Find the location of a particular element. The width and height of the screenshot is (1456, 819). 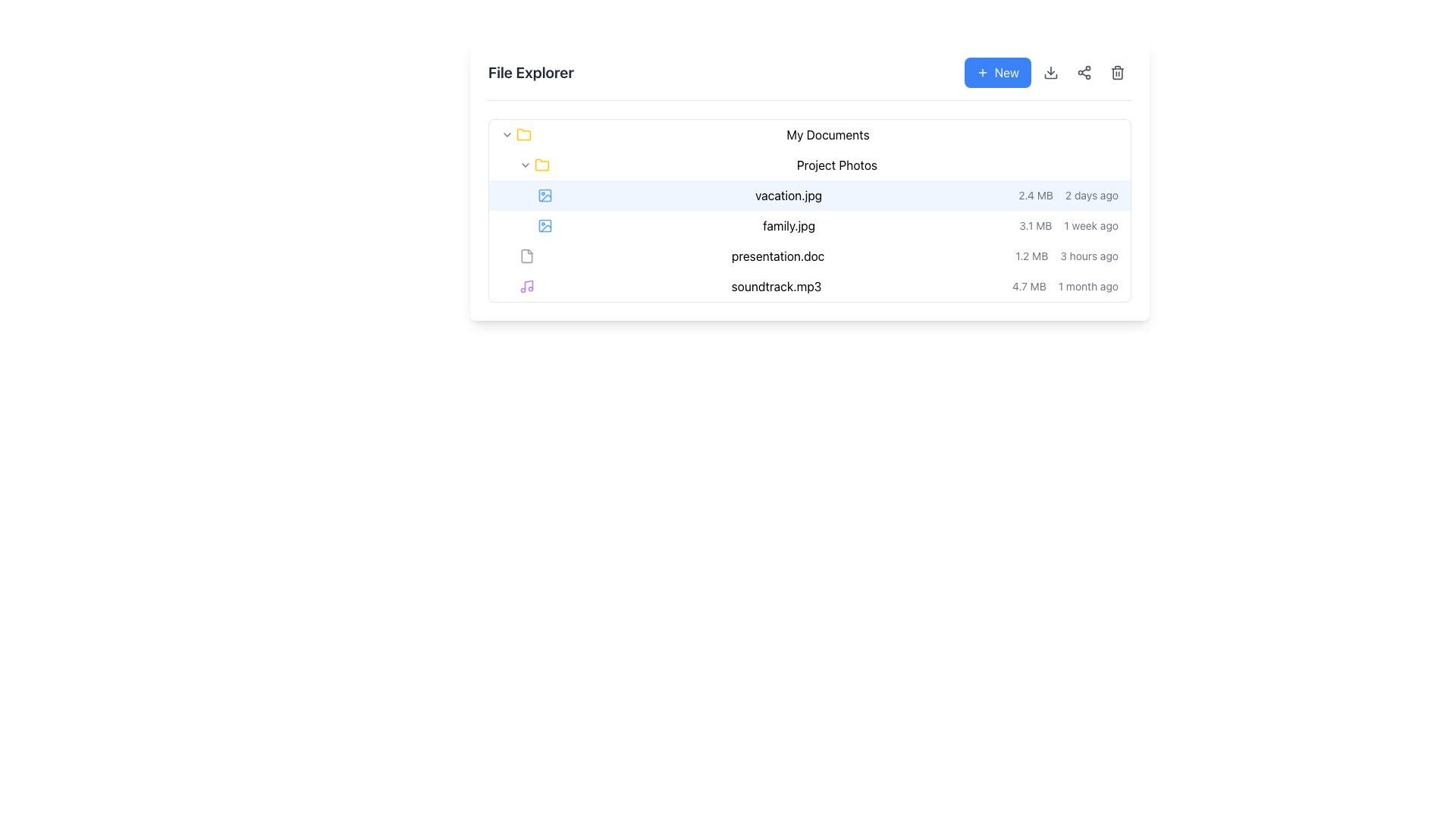

the static text label displaying the timestamp '1 week ago', which is located to the far right of the row containing details for the file 'family.jpg' is located at coordinates (1090, 225).